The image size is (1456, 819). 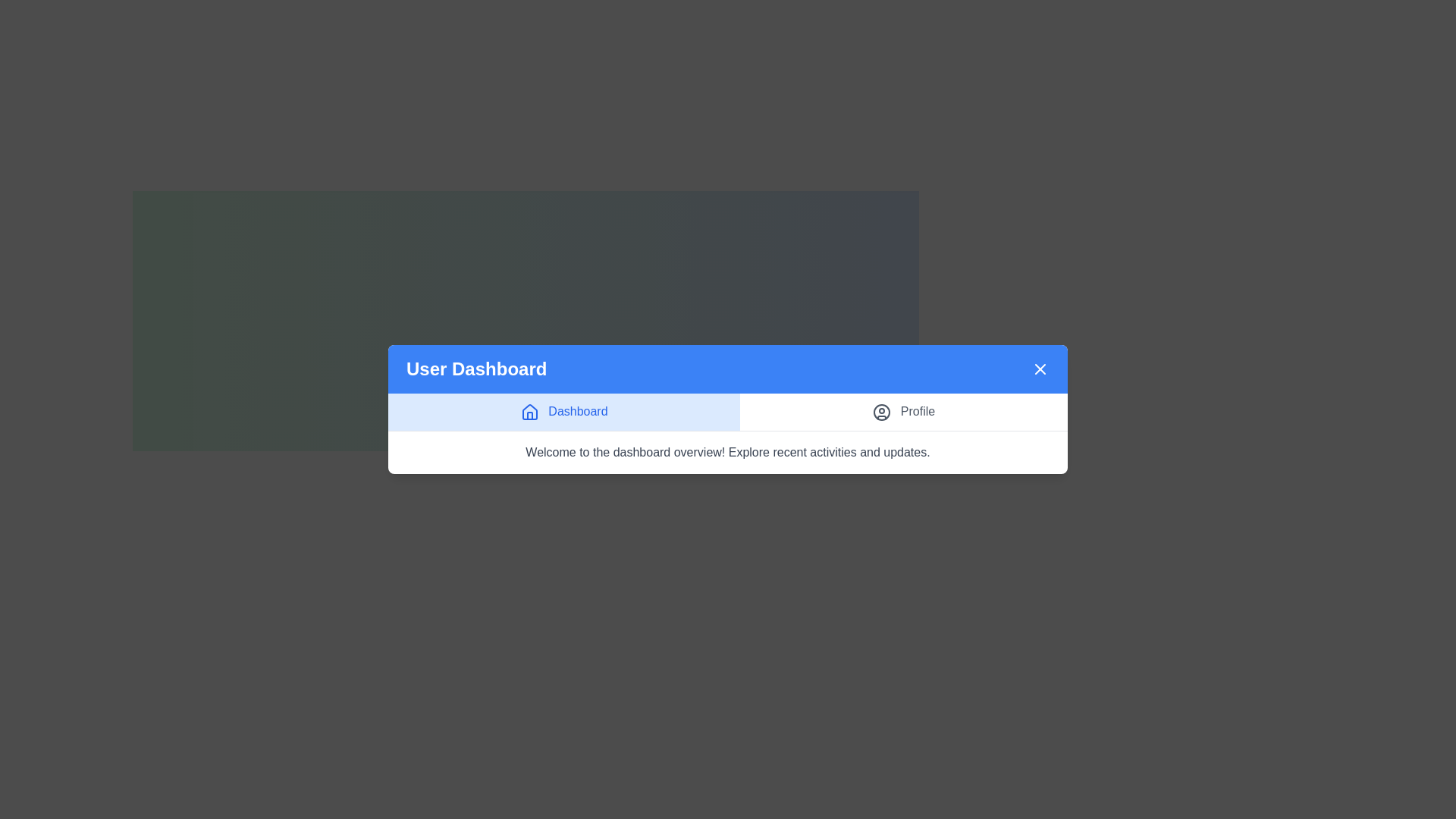 What do you see at coordinates (728, 451) in the screenshot?
I see `informational text block that greets users and provides an overview of the dashboard, located below the blue header bar and centered in the mid-bottom section of the card` at bounding box center [728, 451].